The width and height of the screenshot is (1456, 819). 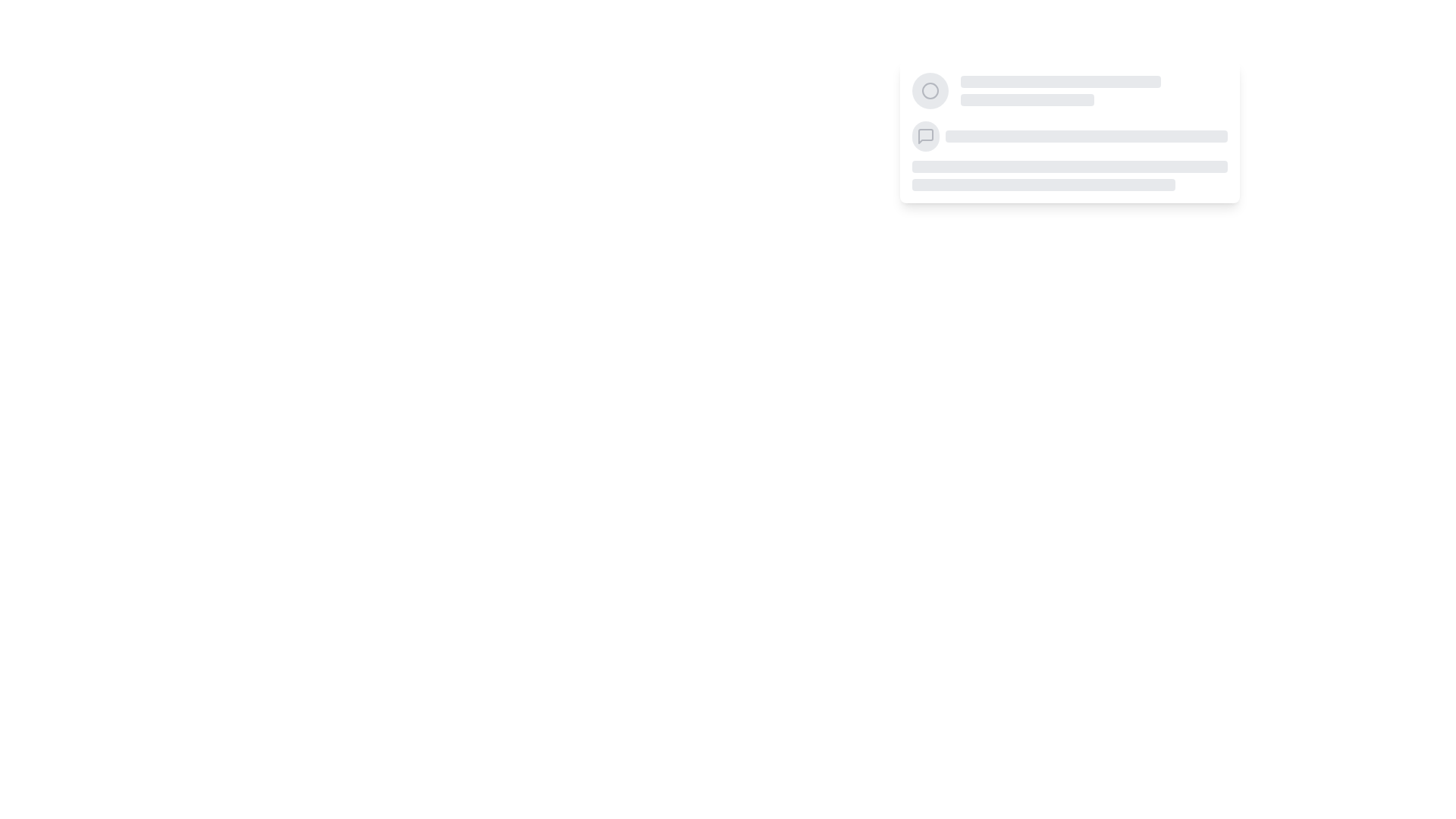 I want to click on the circular gray icon with a hollow center and thin stroke for interactive feedback, so click(x=930, y=90).